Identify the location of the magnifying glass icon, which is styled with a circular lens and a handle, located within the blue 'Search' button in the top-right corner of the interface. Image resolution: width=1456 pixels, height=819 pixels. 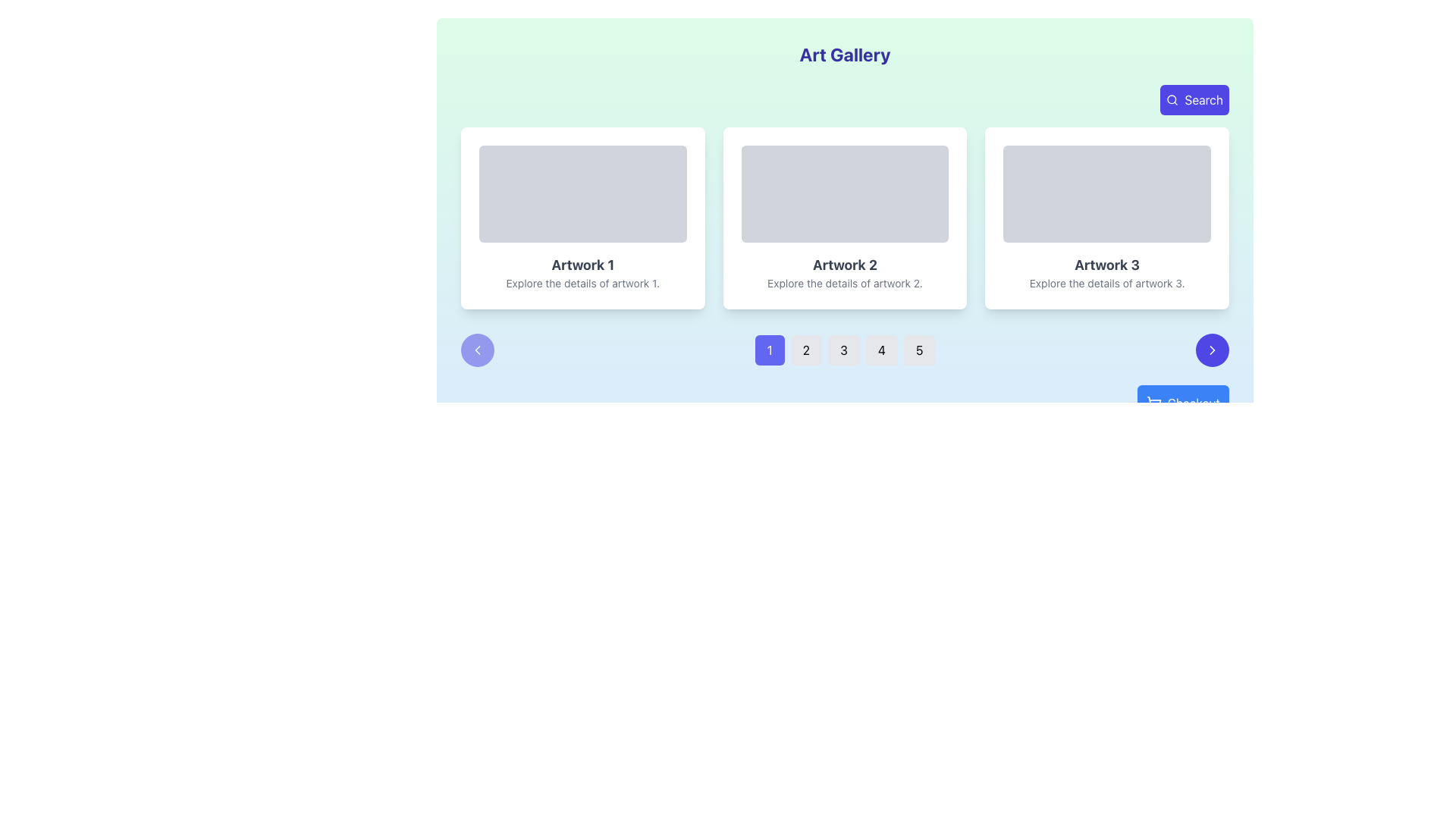
(1172, 99).